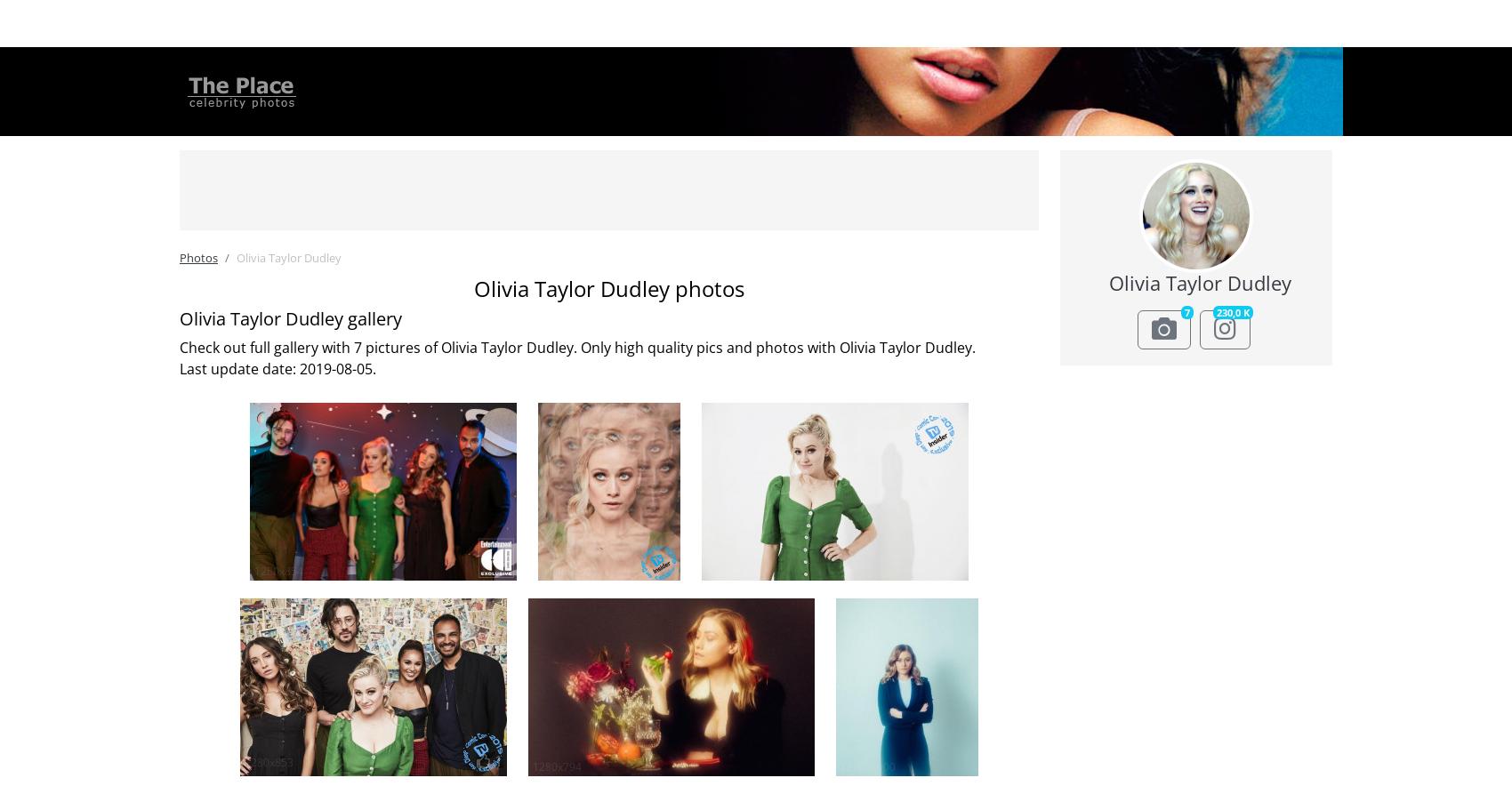 The image size is (1512, 786). What do you see at coordinates (289, 344) in the screenshot?
I see `'Rihanna'` at bounding box center [289, 344].